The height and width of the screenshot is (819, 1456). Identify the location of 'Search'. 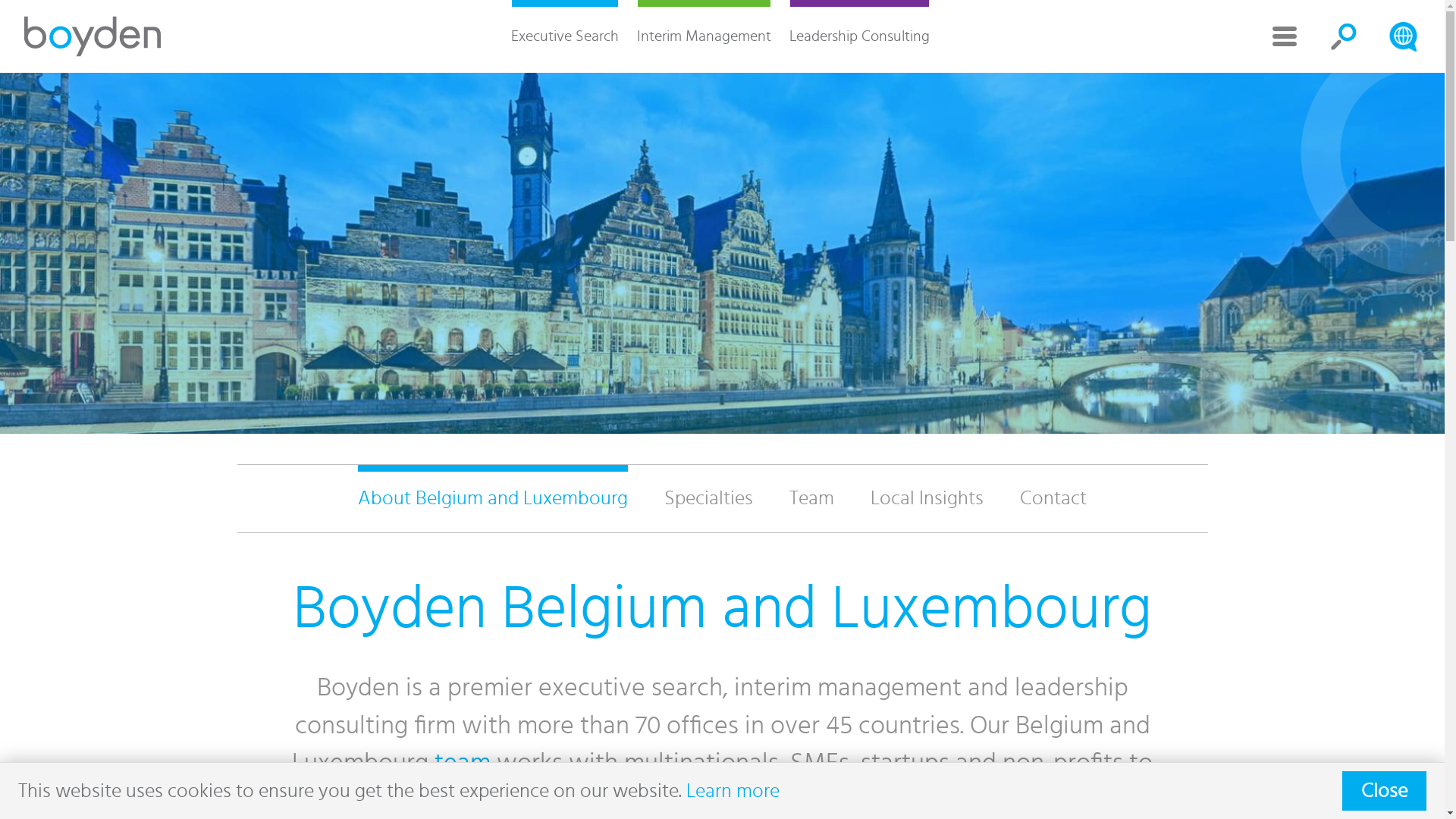
(1343, 35).